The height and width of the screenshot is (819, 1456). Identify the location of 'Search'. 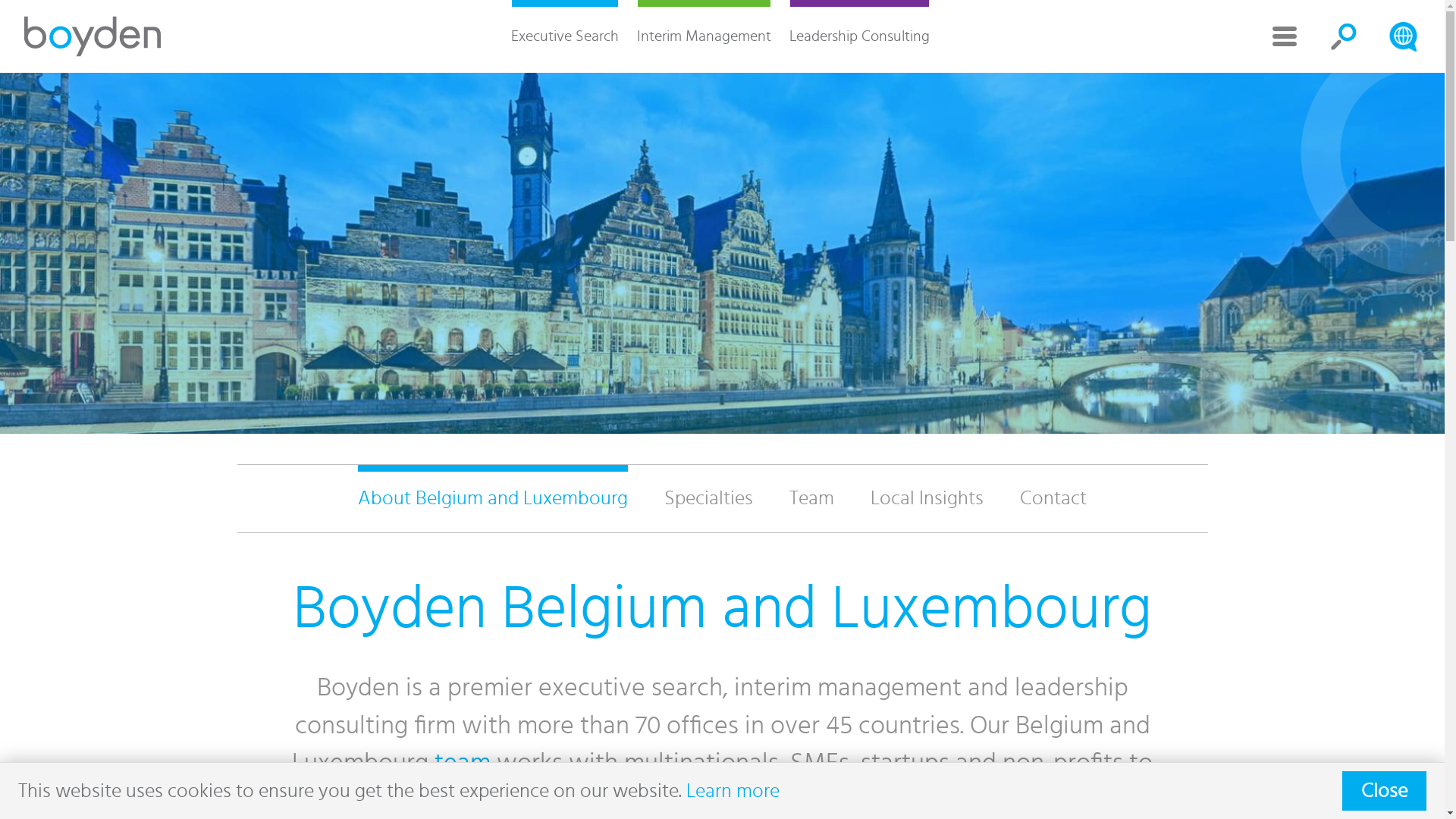
(1343, 35).